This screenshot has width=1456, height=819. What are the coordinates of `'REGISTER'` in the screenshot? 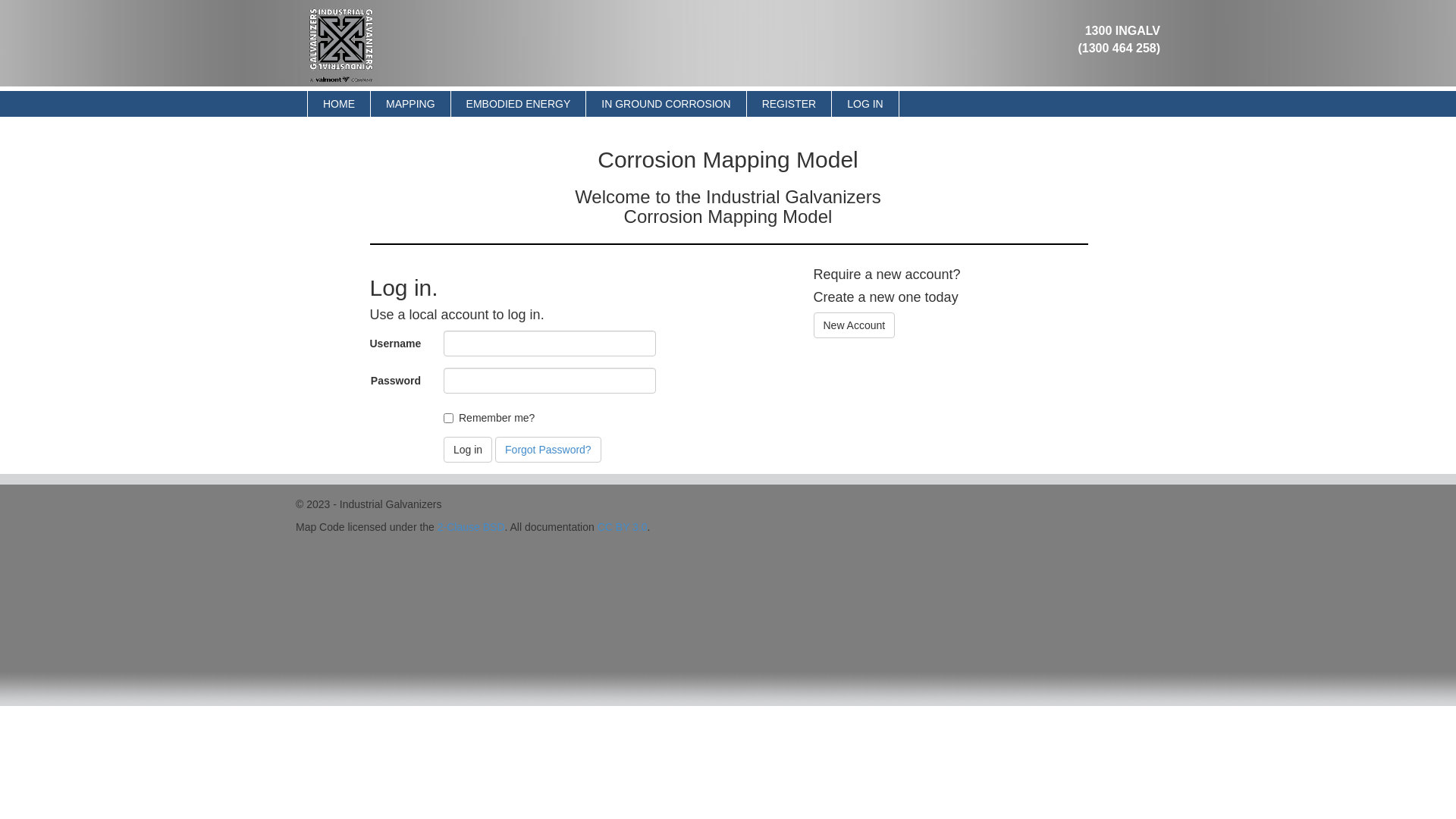 It's located at (746, 103).